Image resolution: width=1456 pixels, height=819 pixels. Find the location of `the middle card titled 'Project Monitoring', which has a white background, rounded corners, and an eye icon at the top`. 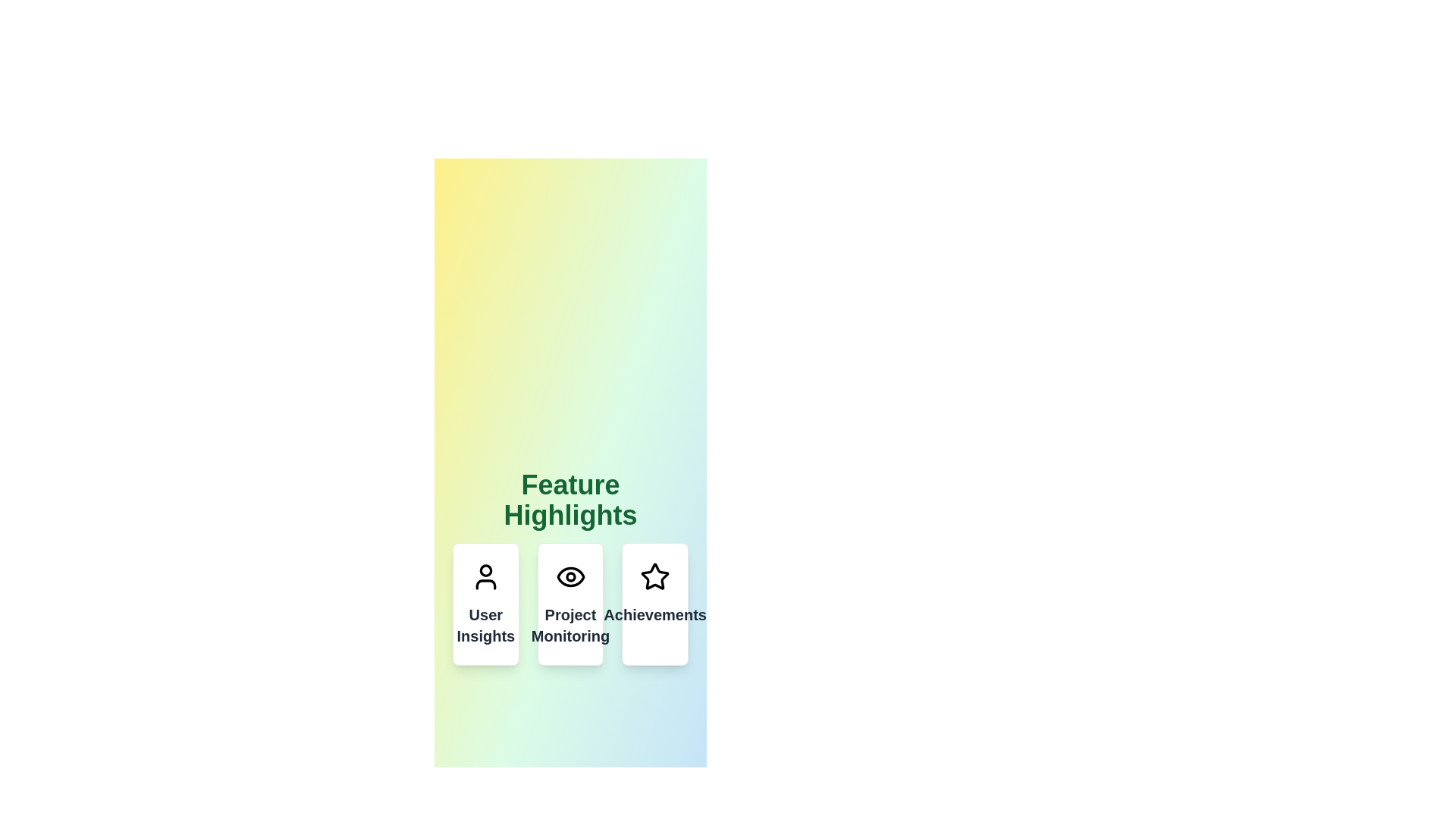

the middle card titled 'Project Monitoring', which has a white background, rounded corners, and an eye icon at the top is located at coordinates (570, 604).